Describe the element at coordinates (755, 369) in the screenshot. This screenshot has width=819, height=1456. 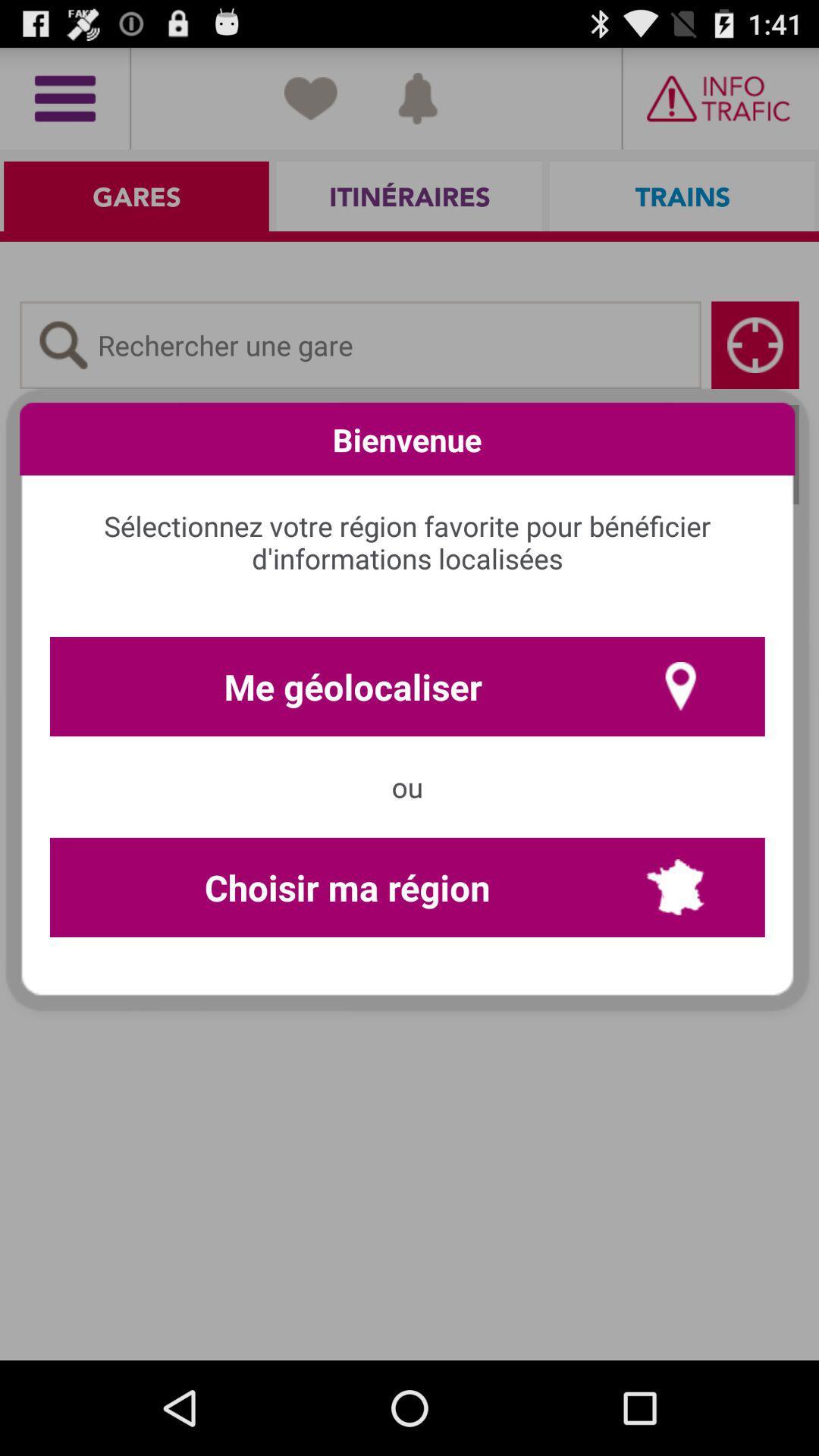
I see `the location_crosshair icon` at that location.